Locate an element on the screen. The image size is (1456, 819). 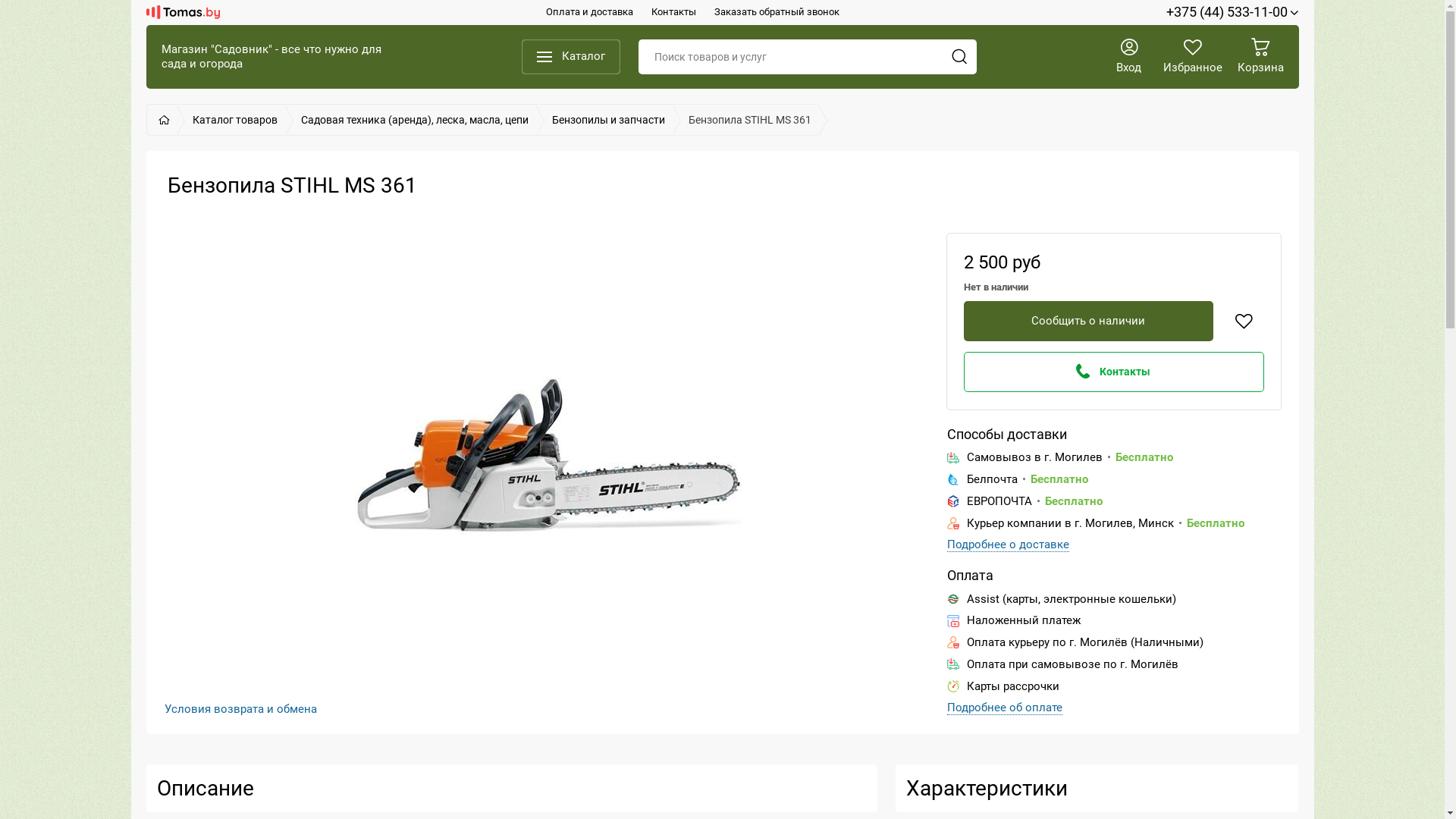
'+375 (44) 533-11-00' is located at coordinates (1232, 12).